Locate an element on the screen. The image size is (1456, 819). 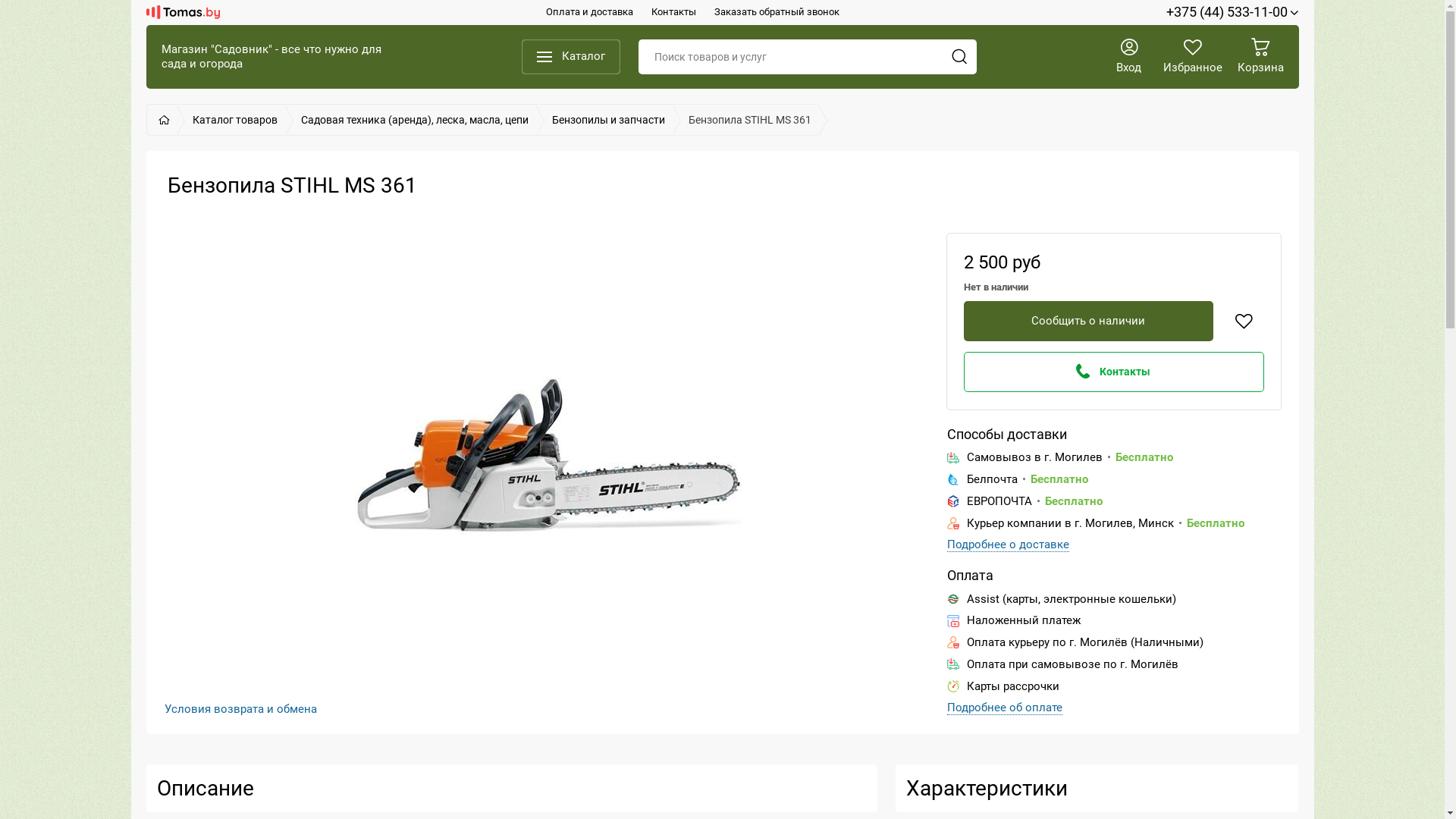
'+375 (44) 533-11-00' is located at coordinates (1232, 12).